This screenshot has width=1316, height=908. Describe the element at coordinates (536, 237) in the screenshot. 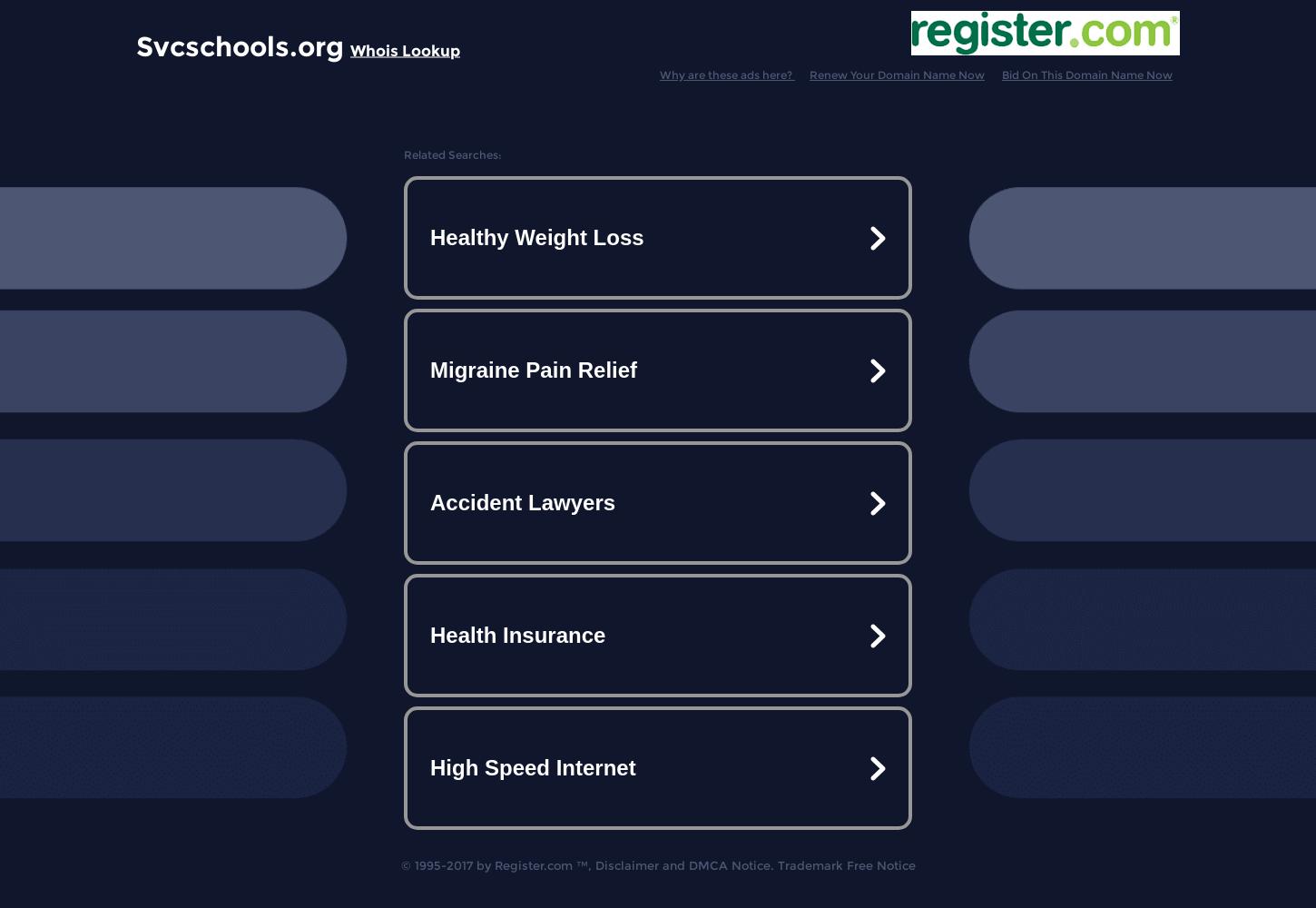

I see `'Healthy Weight Loss'` at that location.